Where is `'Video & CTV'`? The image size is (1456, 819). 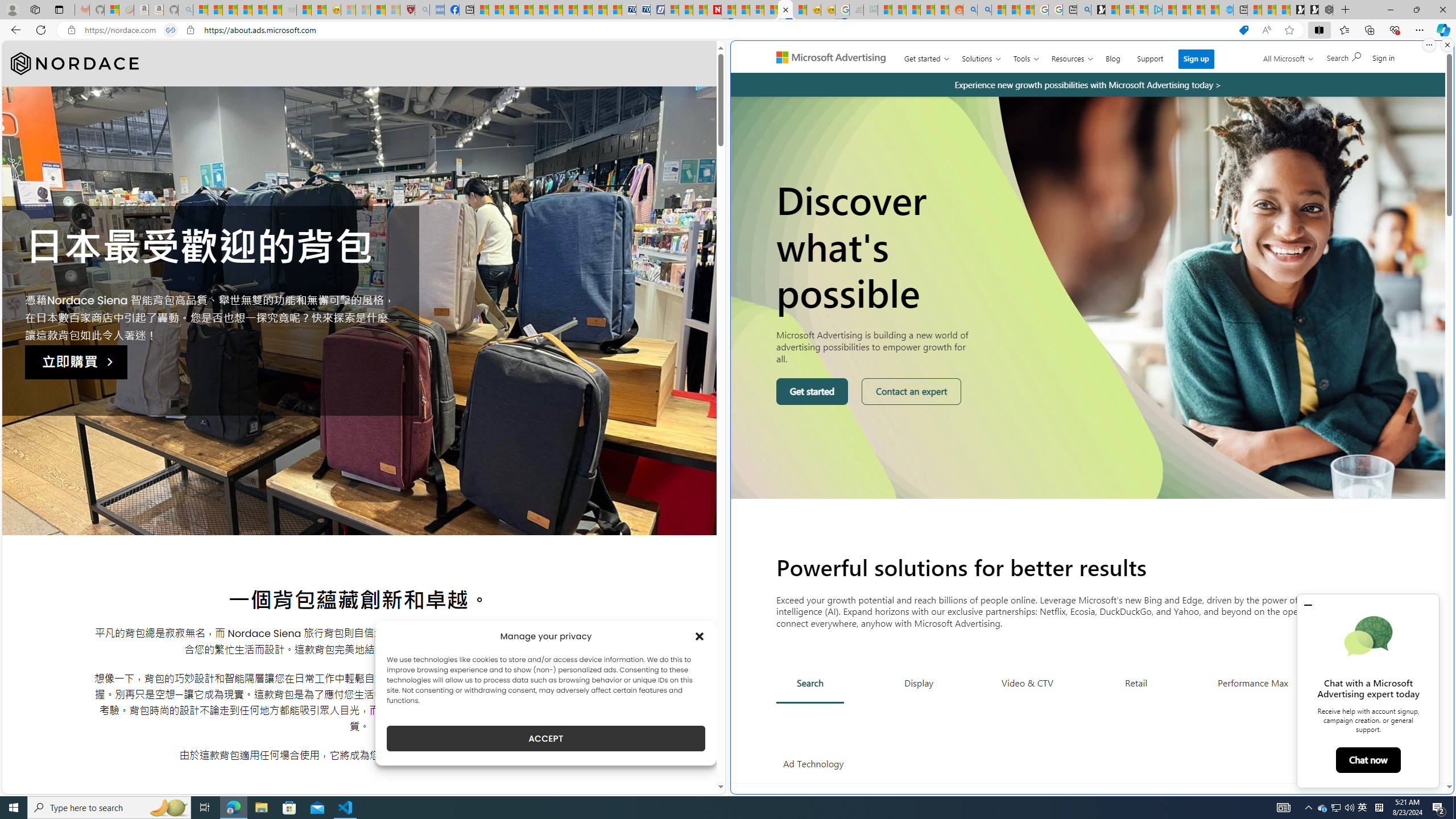
'Video & CTV' is located at coordinates (1027, 682).